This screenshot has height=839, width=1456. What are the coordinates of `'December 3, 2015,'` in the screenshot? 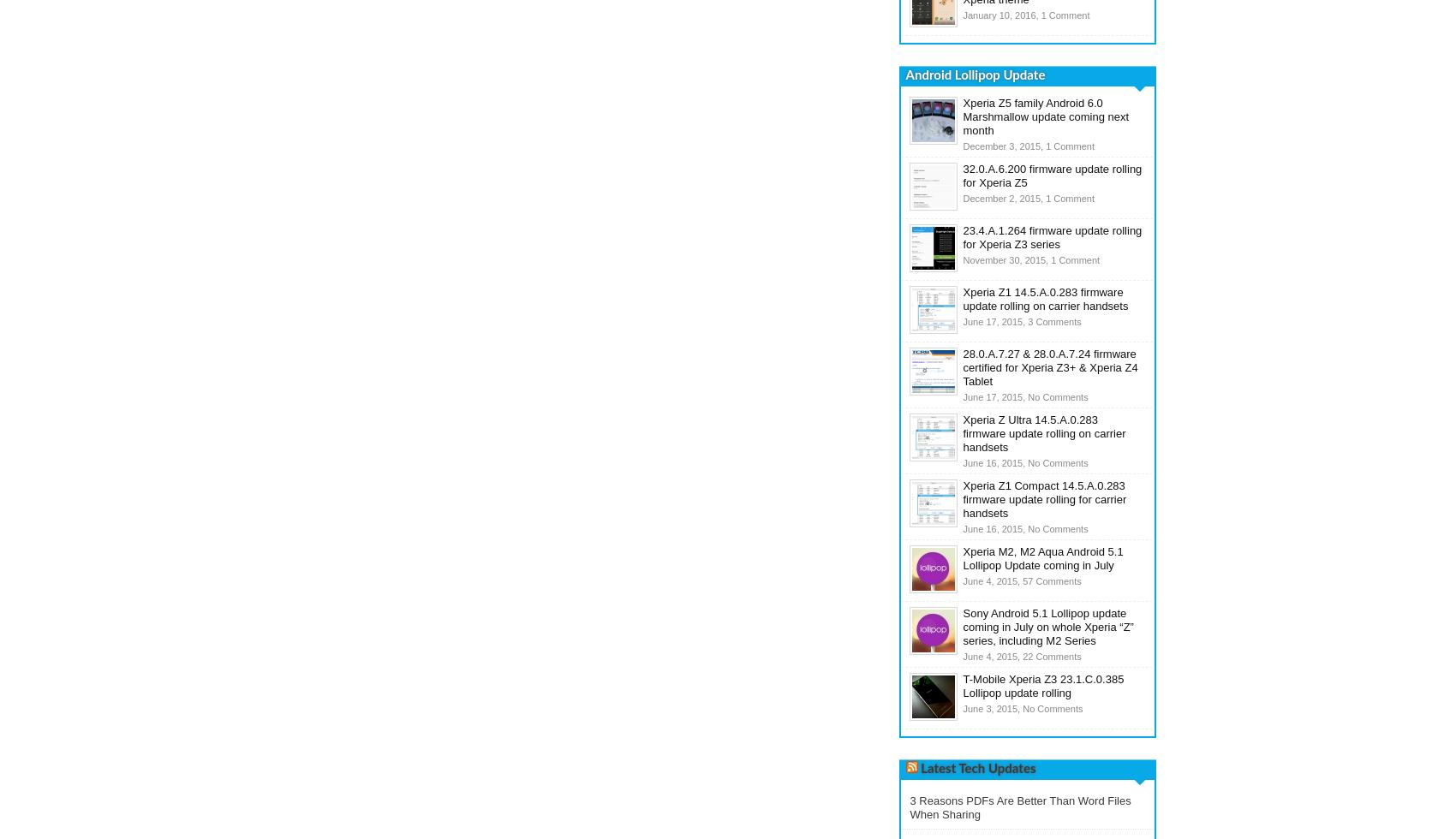 It's located at (1003, 146).